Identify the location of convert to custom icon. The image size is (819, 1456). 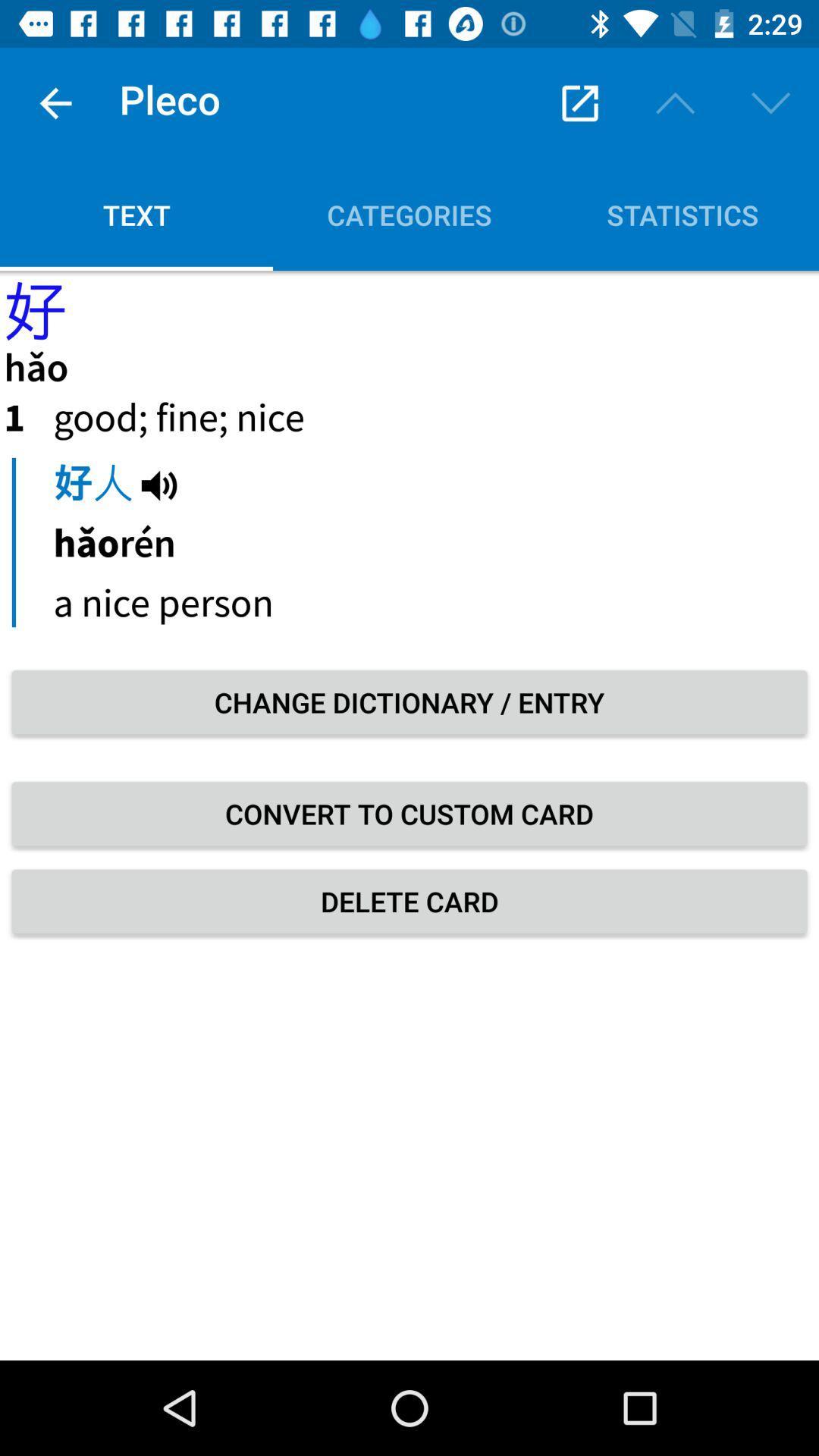
(409, 813).